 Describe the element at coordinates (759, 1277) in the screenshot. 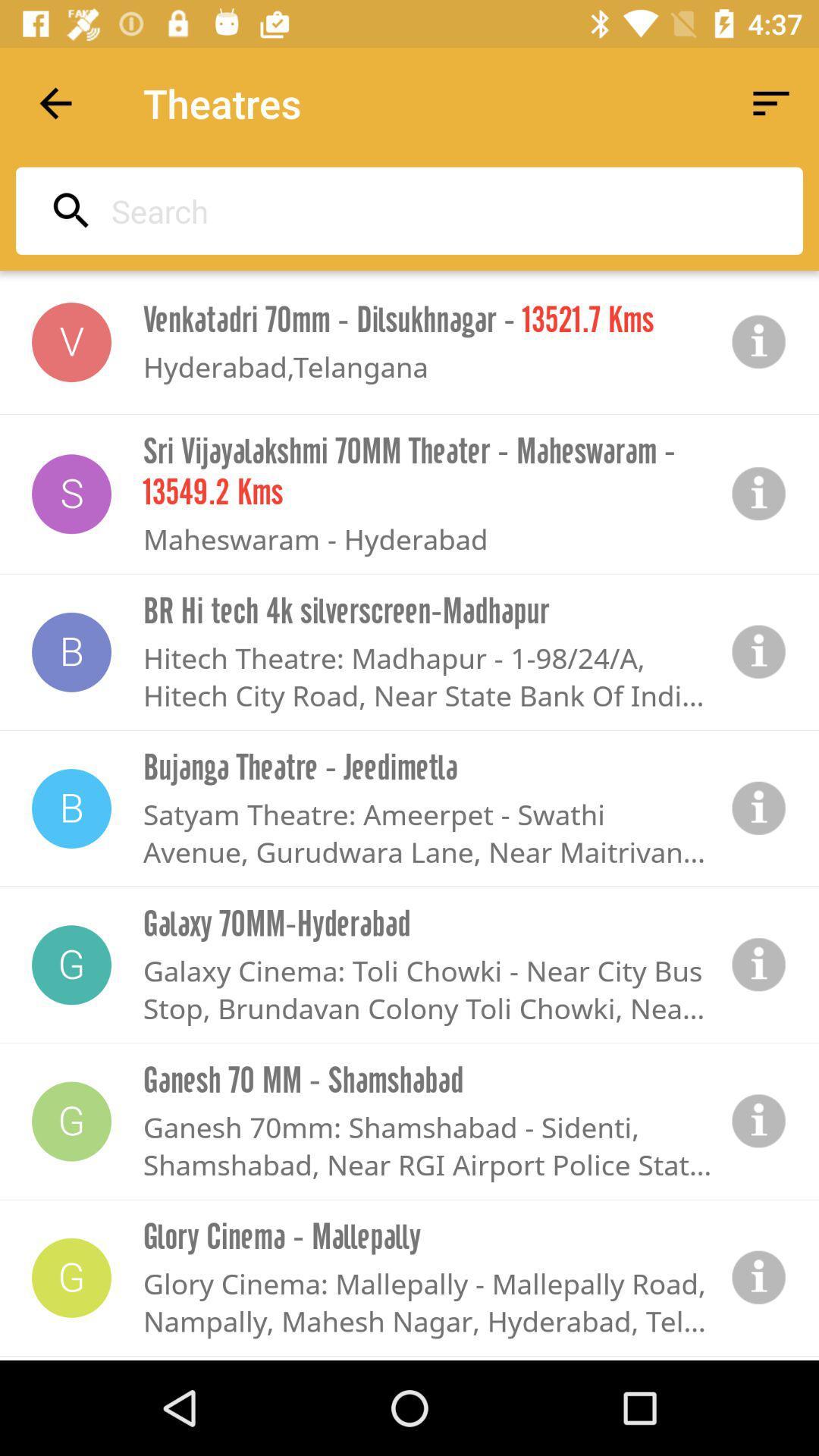

I see `more information` at that location.